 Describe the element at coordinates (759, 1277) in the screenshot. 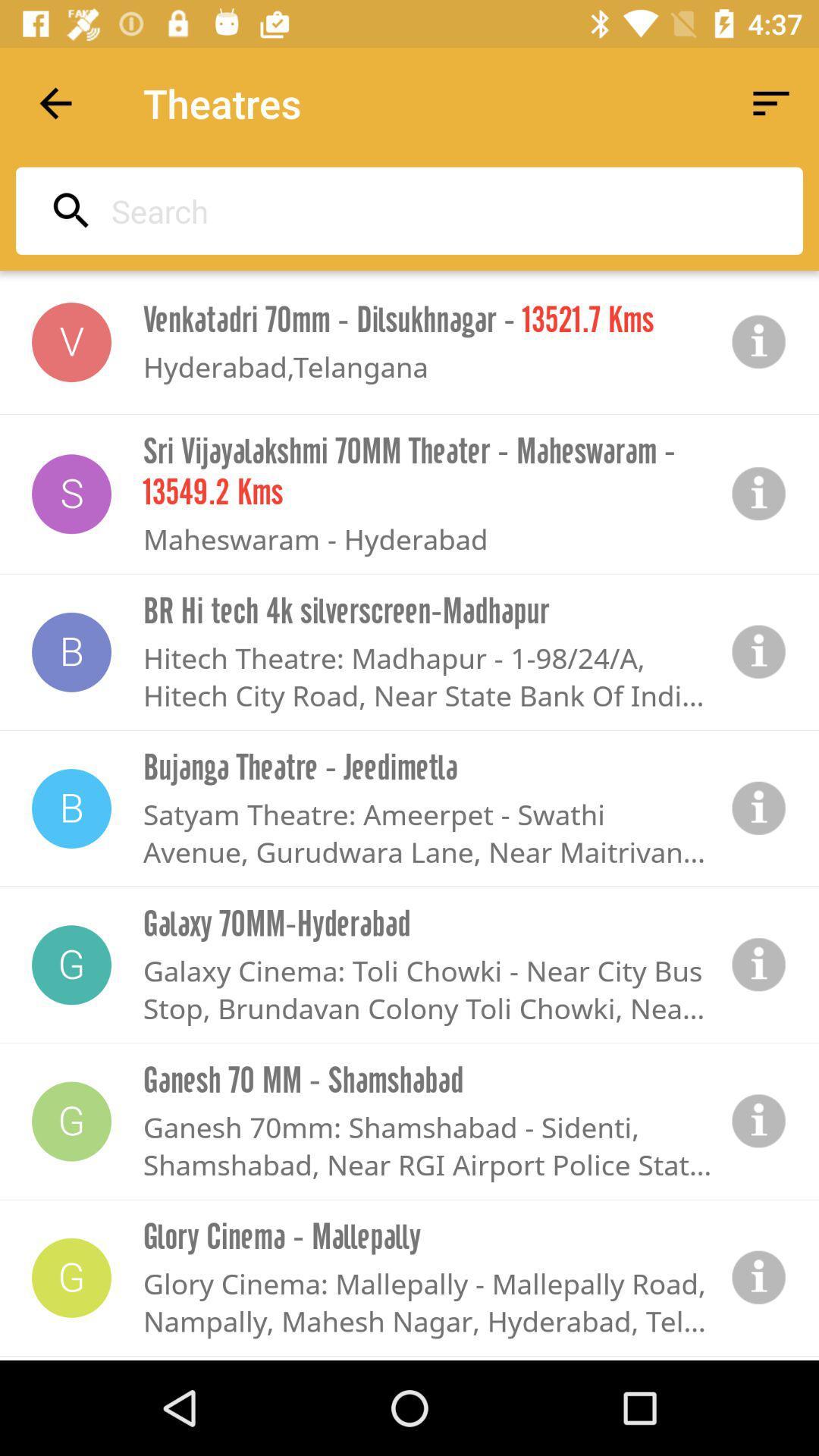

I see `more information` at that location.